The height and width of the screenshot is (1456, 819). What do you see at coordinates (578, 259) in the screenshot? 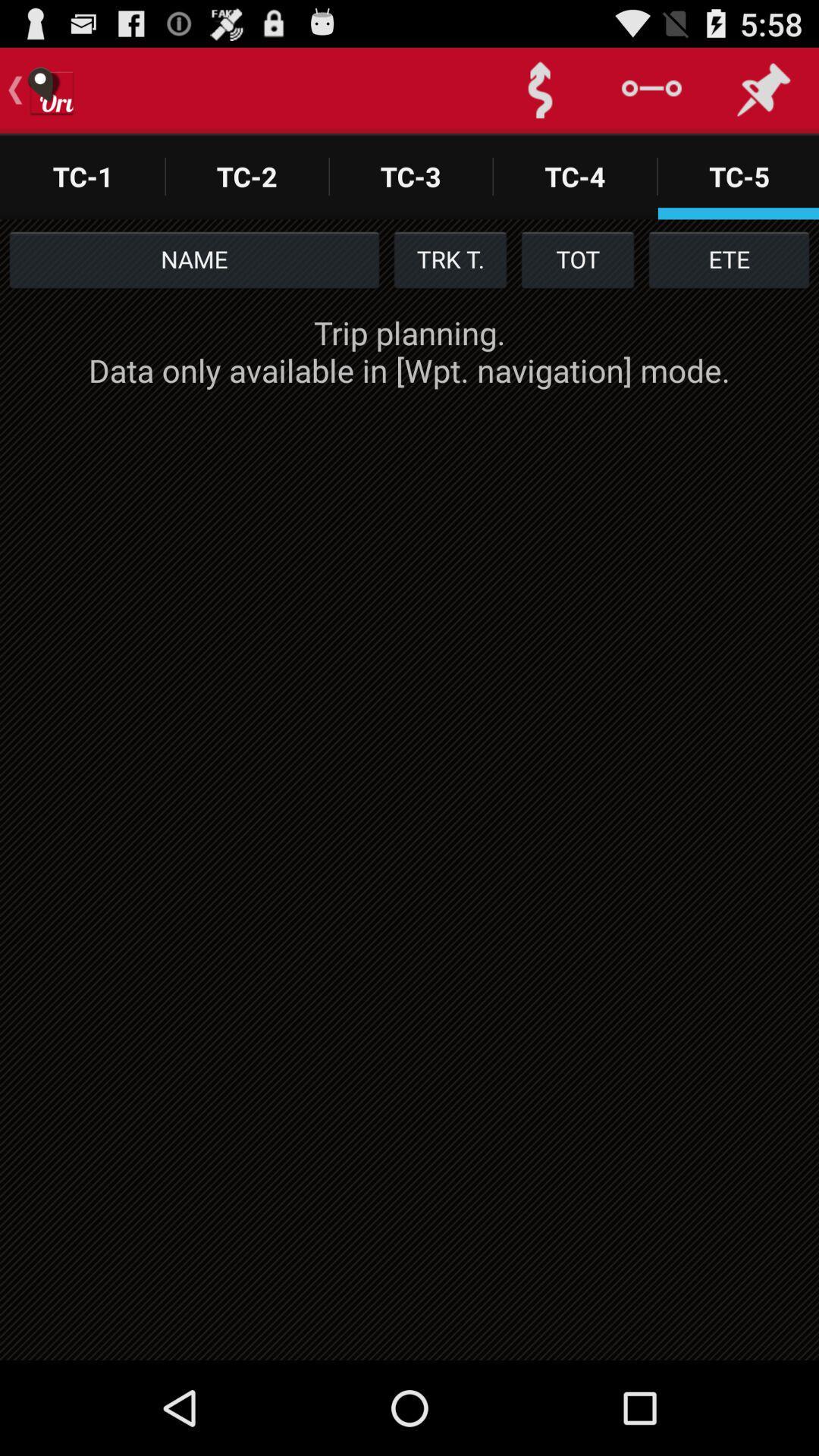
I see `the icon below the tc-4 app` at bounding box center [578, 259].